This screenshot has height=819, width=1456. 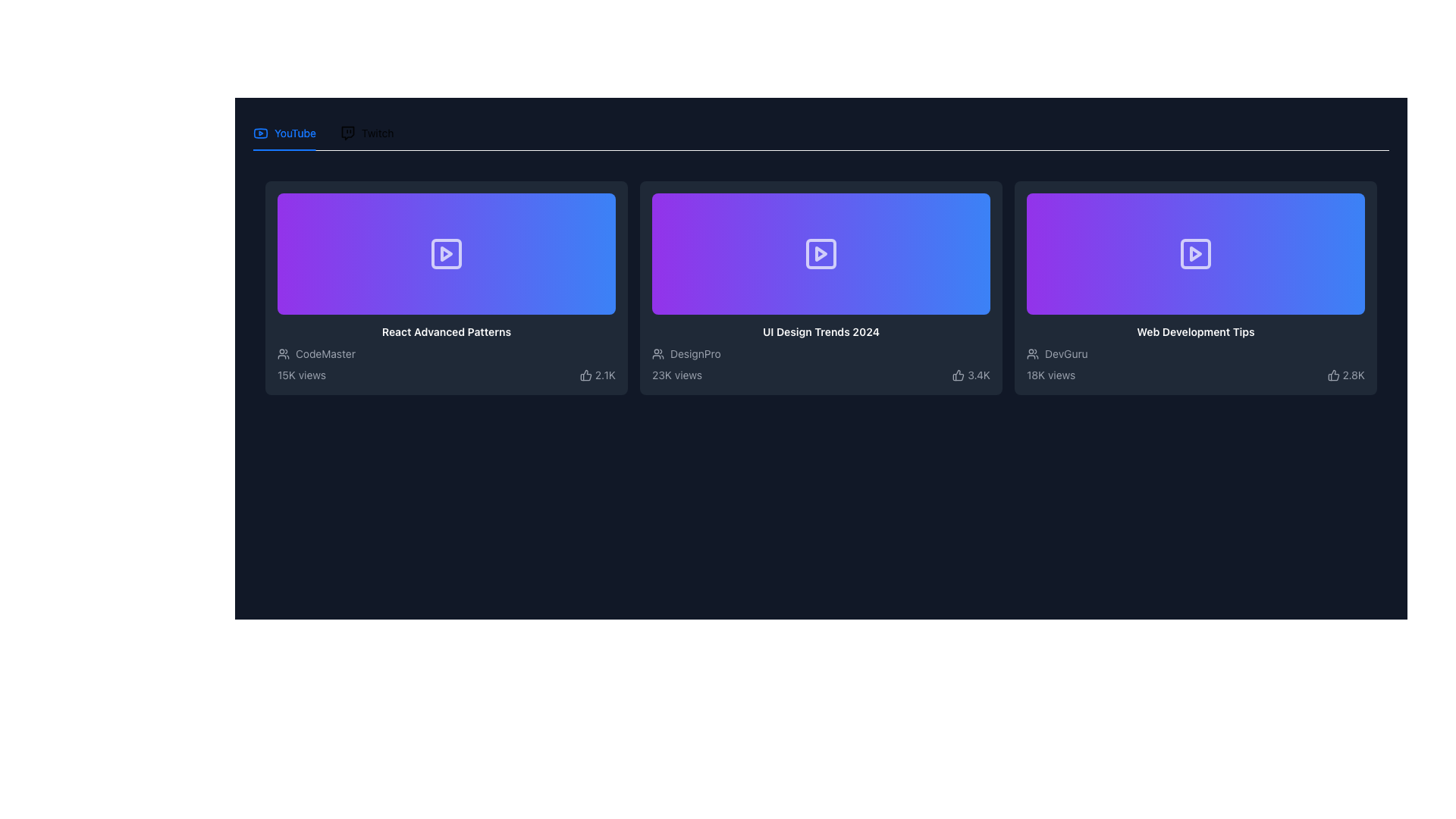 I want to click on the Image Button representing the video thumbnail above the title 'React Advanced Patterns', so click(x=446, y=253).